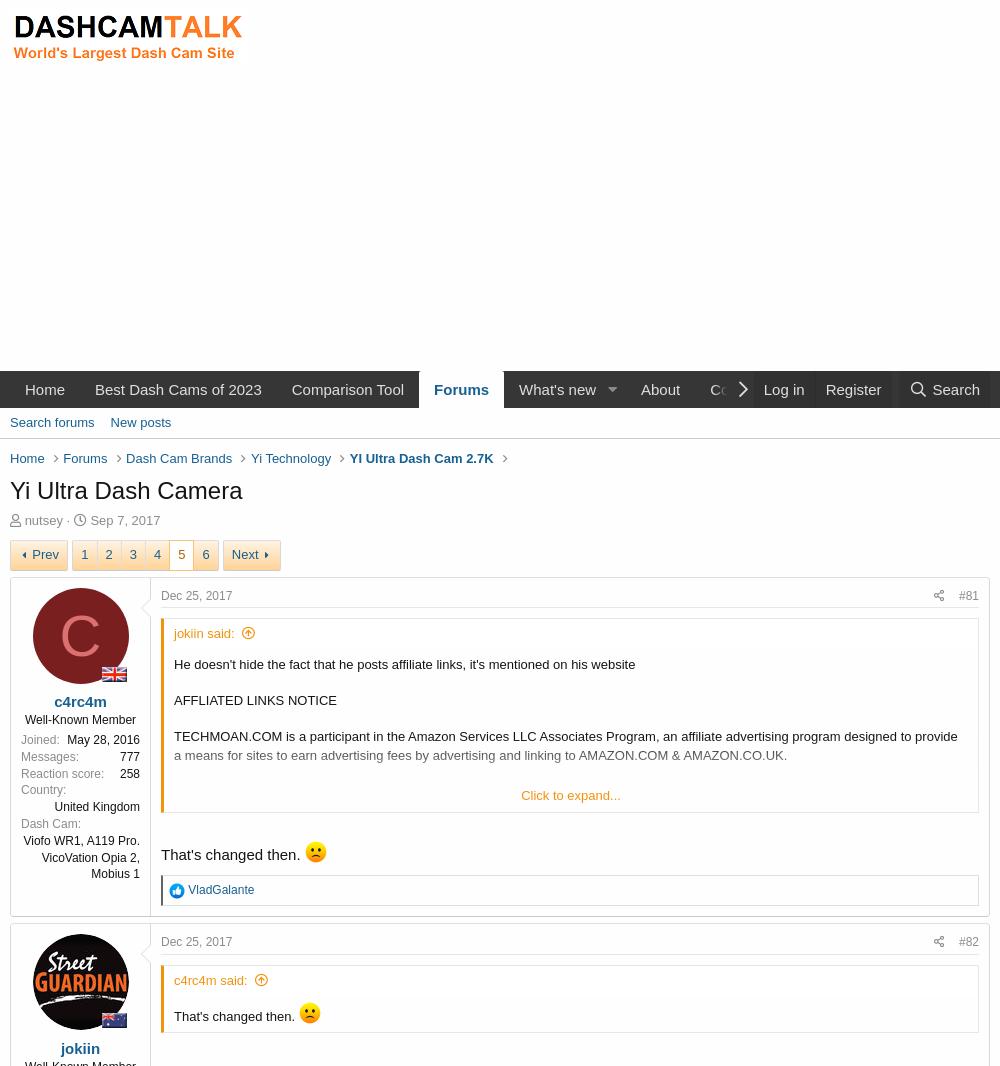 This screenshot has height=1066, width=1000. What do you see at coordinates (348, 458) in the screenshot?
I see `'YI Ultra Dash Cam 2.7K'` at bounding box center [348, 458].